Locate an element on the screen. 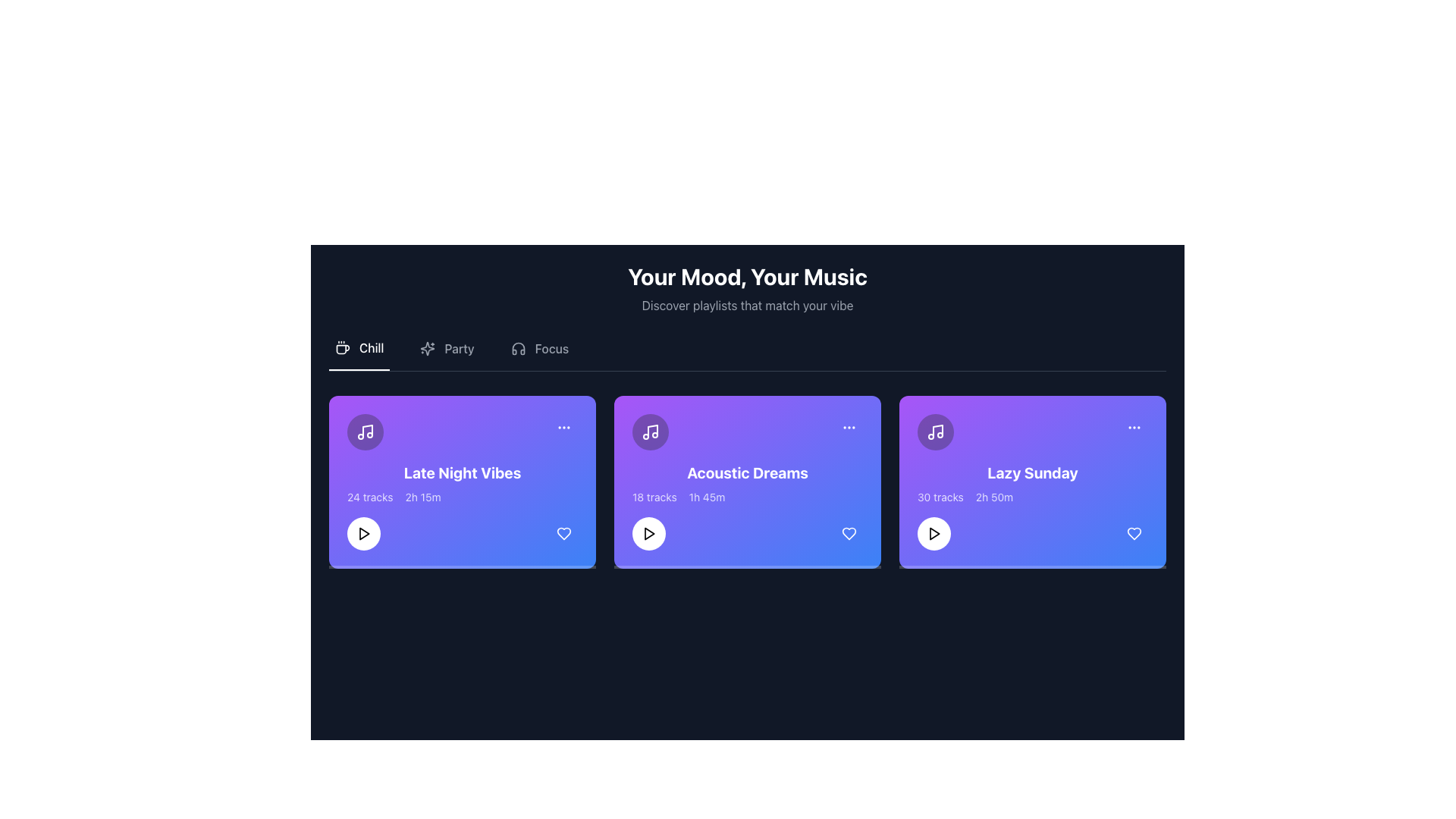 This screenshot has width=1456, height=819. the Decorative bar located at the bottom of the 'Lazy Sunday' playlist card, which has a semi-transparent white background and spans the full width of the card is located at coordinates (1032, 567).